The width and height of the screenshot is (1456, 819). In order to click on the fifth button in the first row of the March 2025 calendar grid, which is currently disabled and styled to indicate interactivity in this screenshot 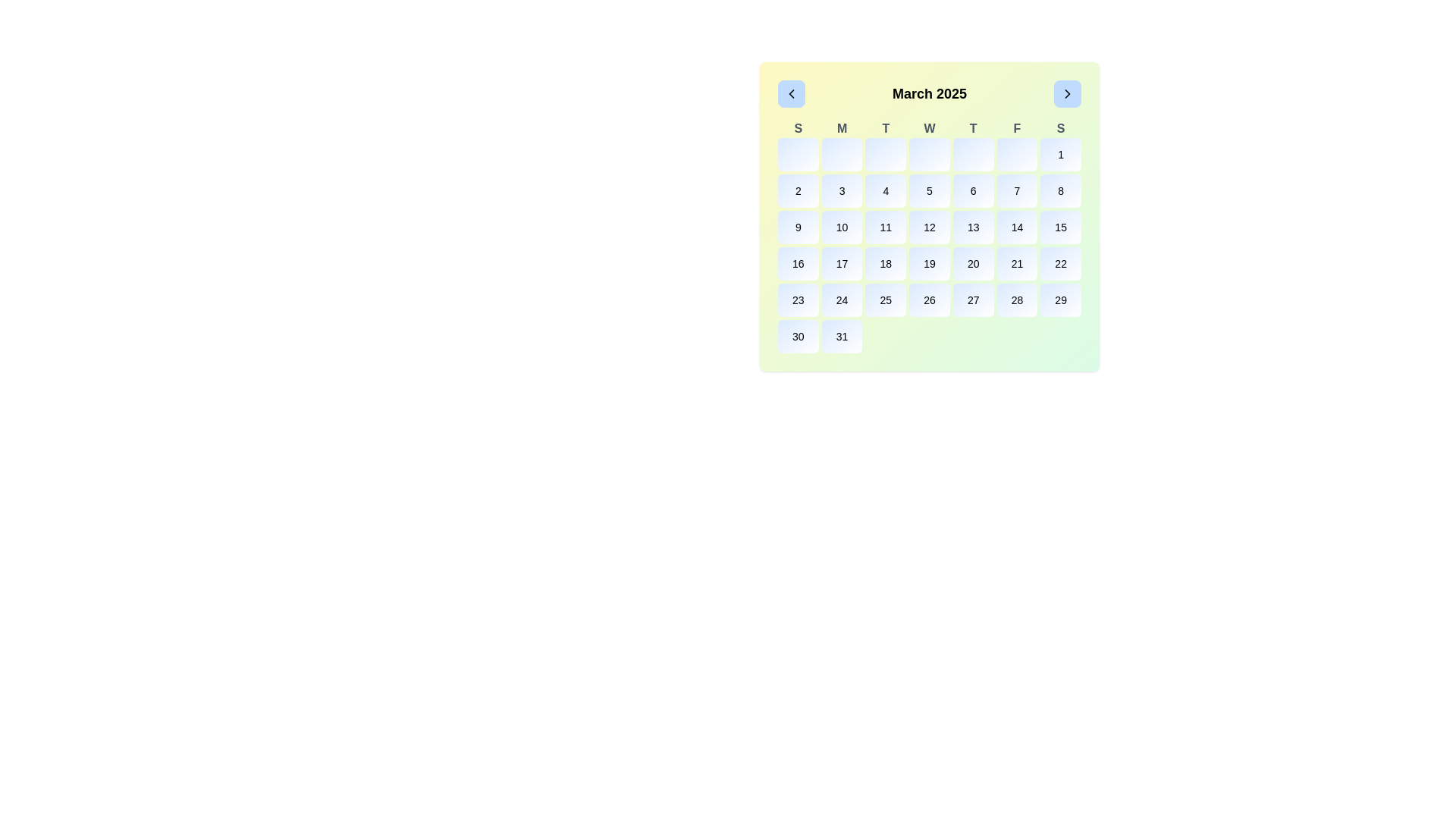, I will do `click(973, 155)`.